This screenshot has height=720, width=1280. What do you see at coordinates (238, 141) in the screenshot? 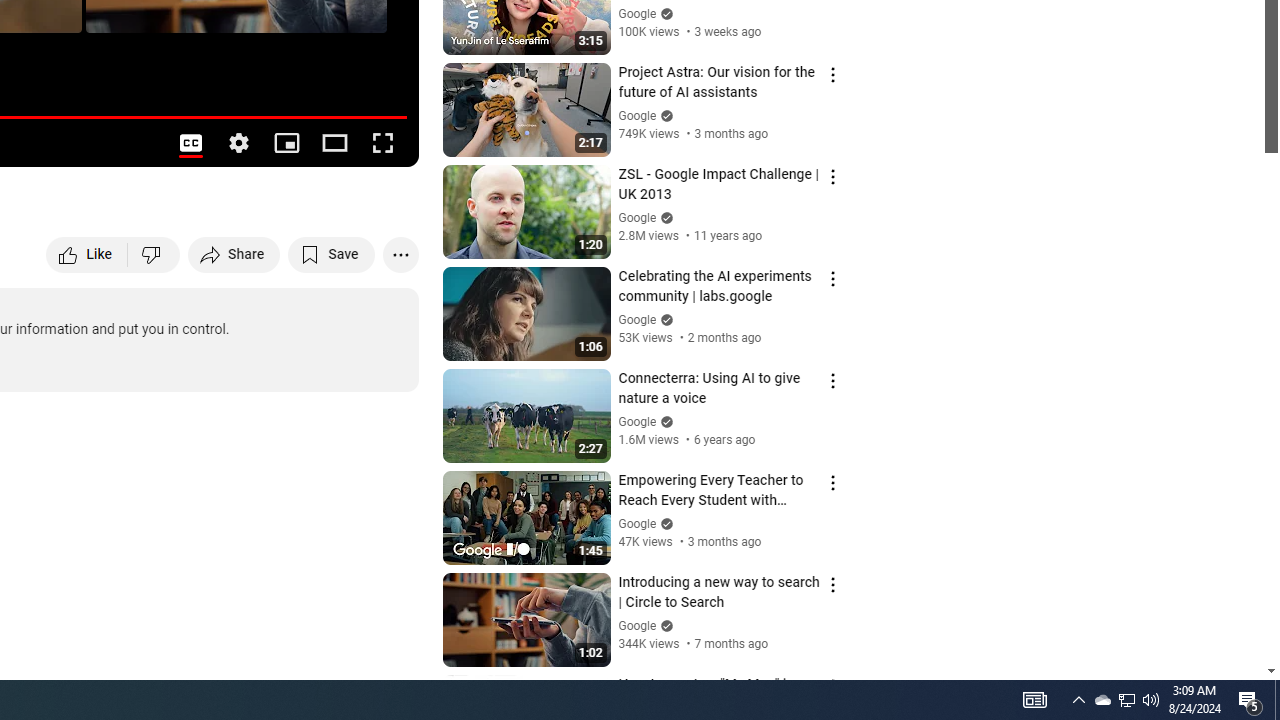
I see `'Settings'` at bounding box center [238, 141].